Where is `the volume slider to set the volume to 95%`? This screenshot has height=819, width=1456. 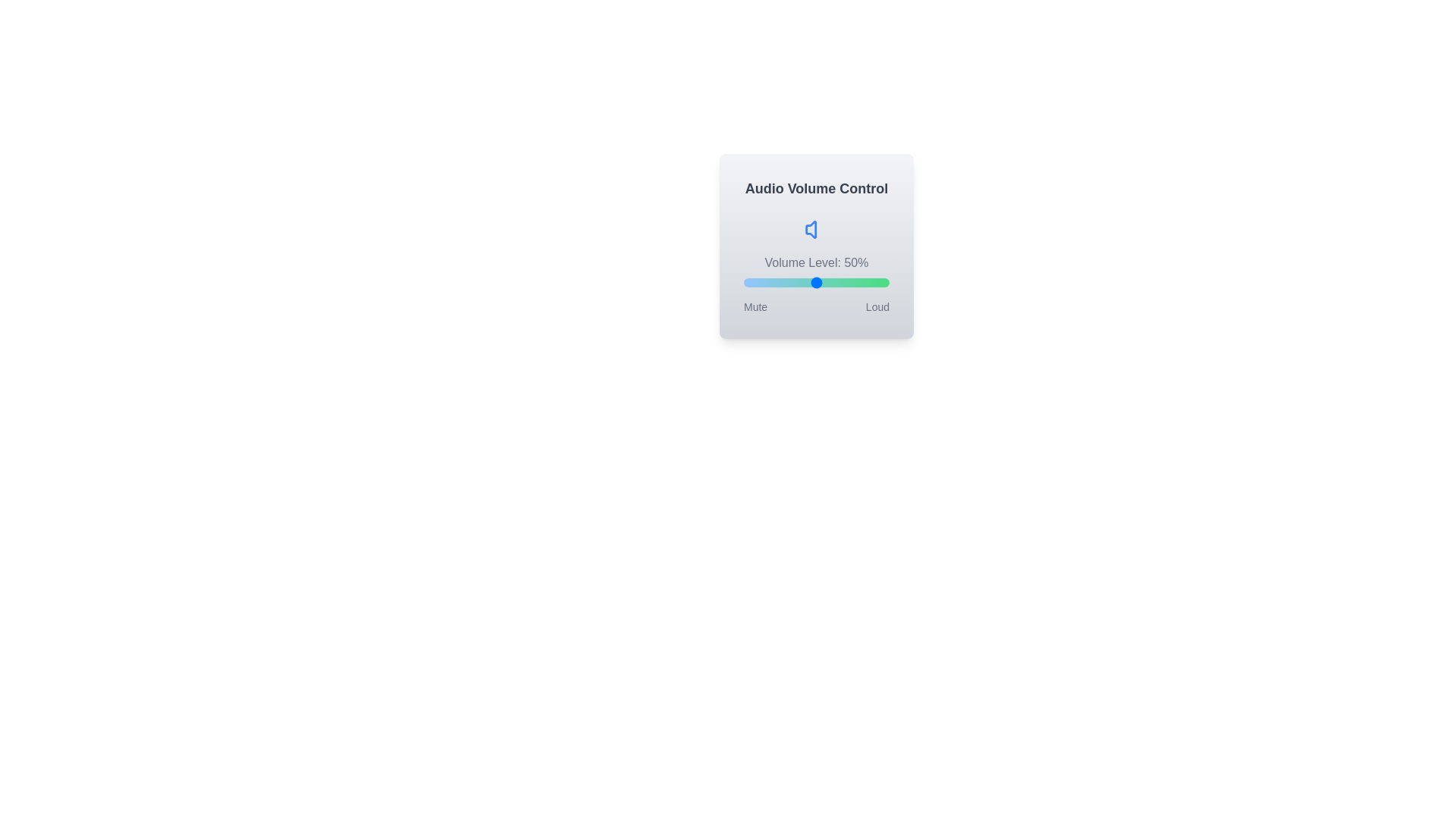
the volume slider to set the volume to 95% is located at coordinates (882, 283).